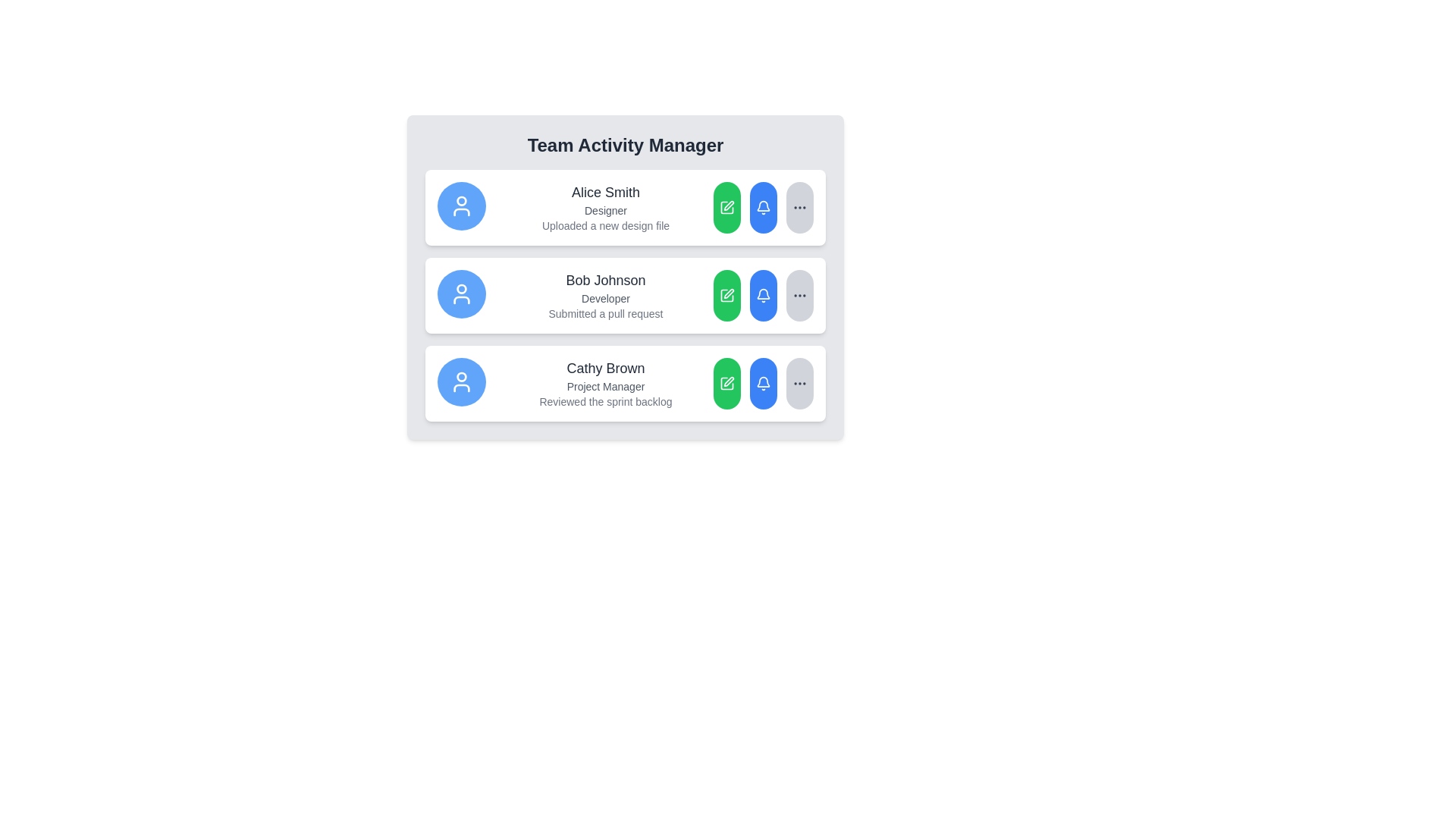 This screenshot has height=819, width=1456. I want to click on the notification button, which is the third button from the left in the group, located in the 'Team Activity Manager' section next to 'Bob Johnson', to observe the hover effect, so click(764, 295).